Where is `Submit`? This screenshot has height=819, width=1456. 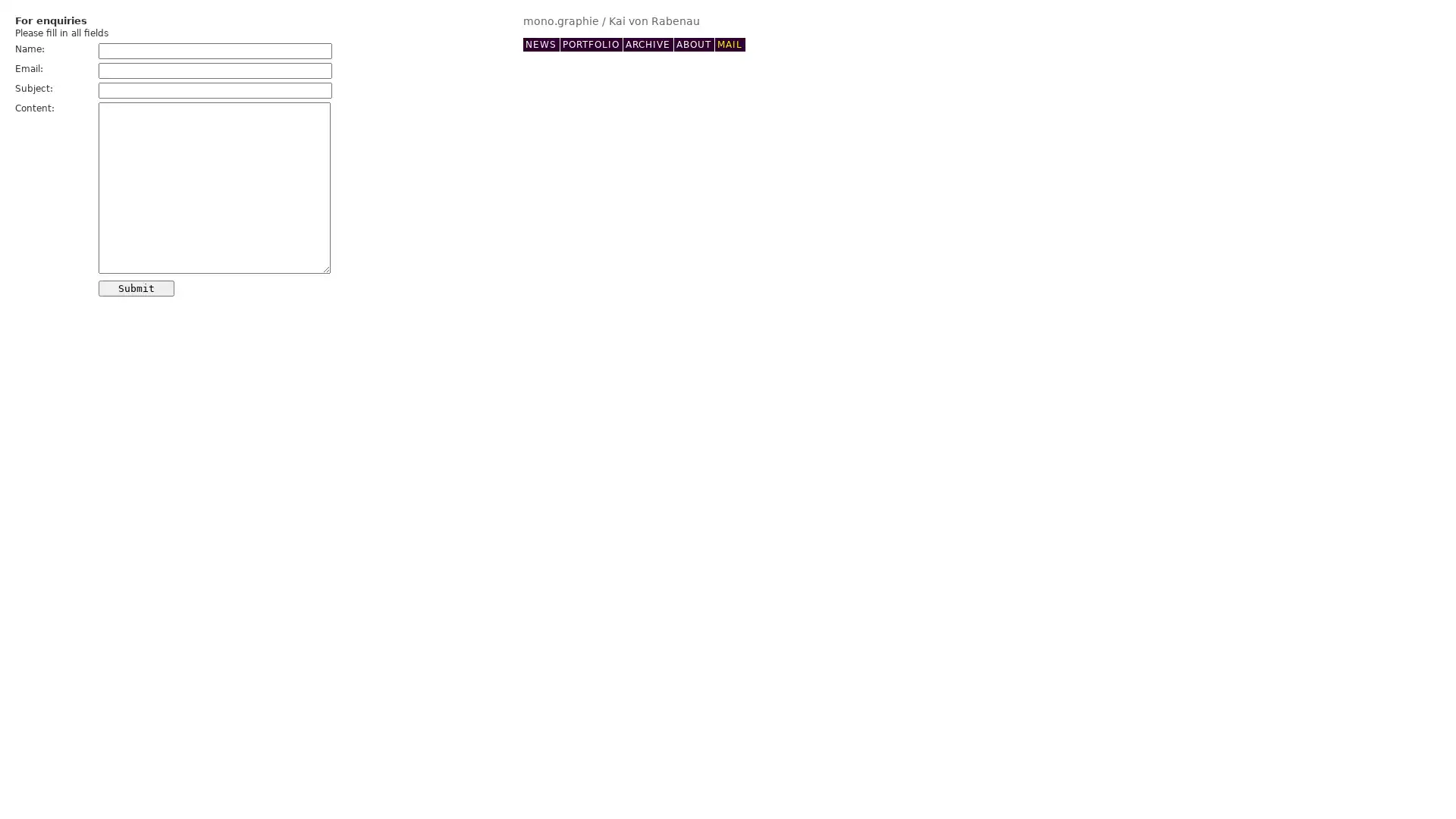
Submit is located at coordinates (136, 288).